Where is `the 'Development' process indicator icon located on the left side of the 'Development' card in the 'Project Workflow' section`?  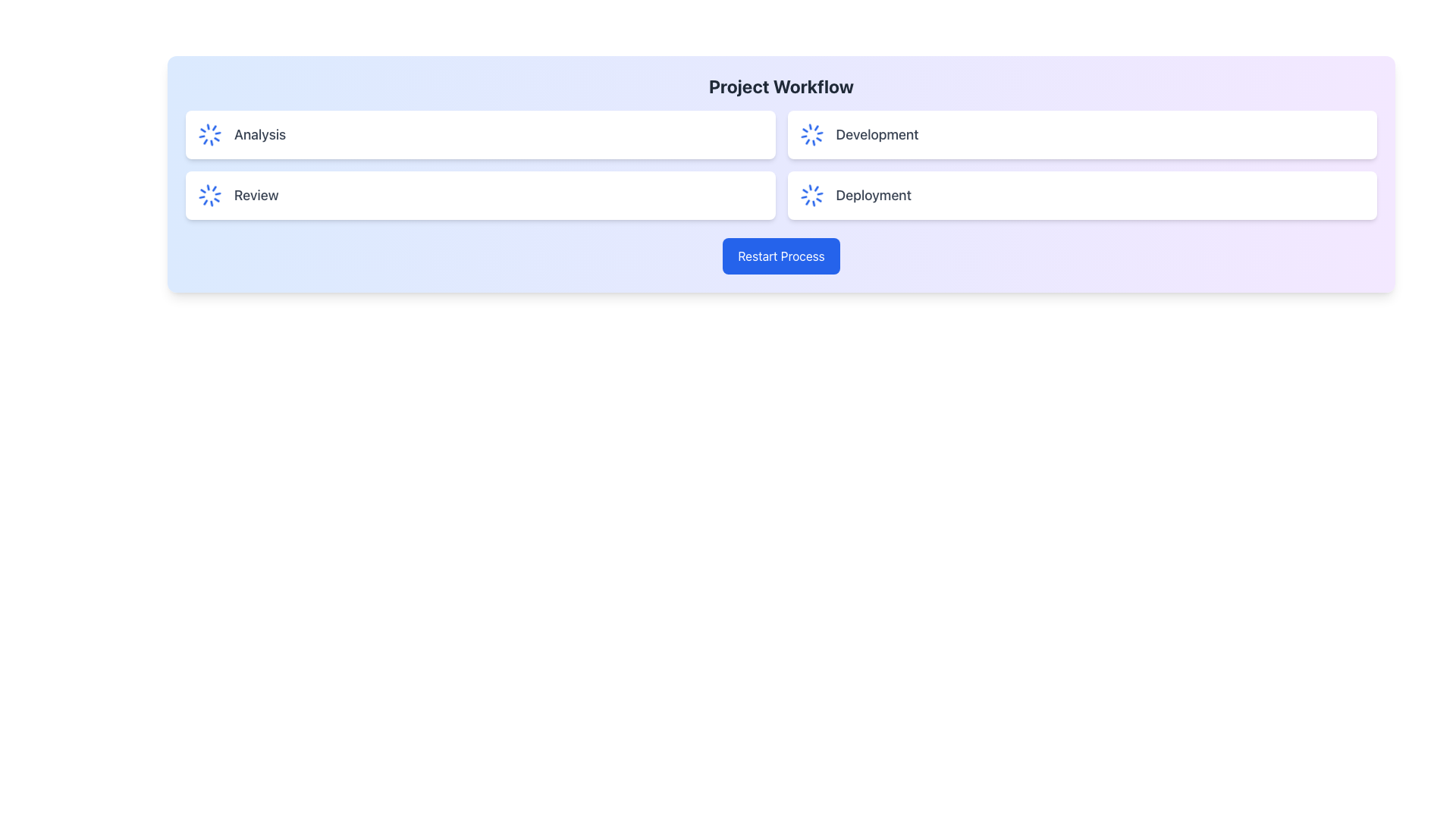 the 'Development' process indicator icon located on the left side of the 'Development' card in the 'Project Workflow' section is located at coordinates (811, 133).